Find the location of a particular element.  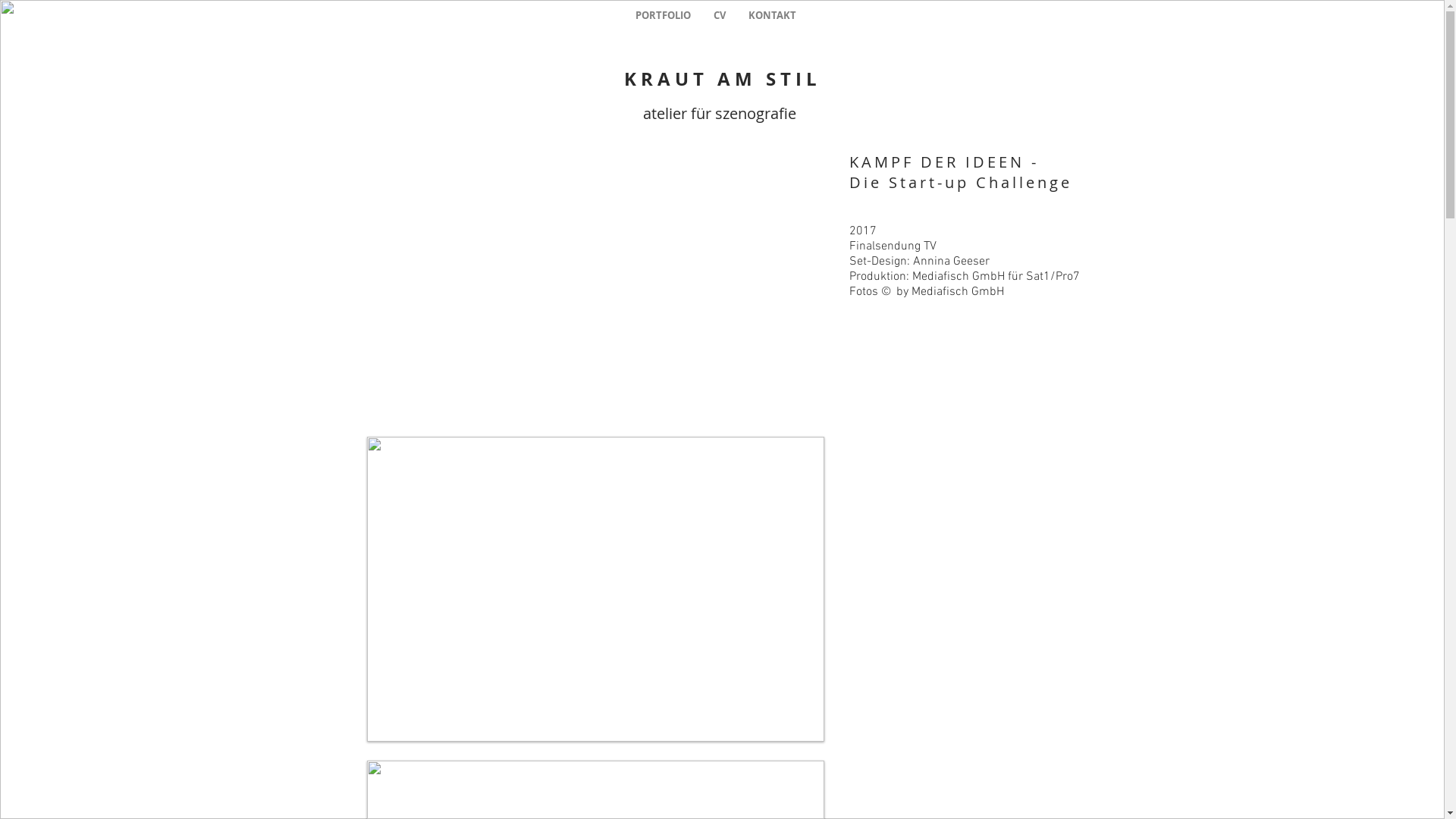

'PORTFOLIO' is located at coordinates (623, 15).